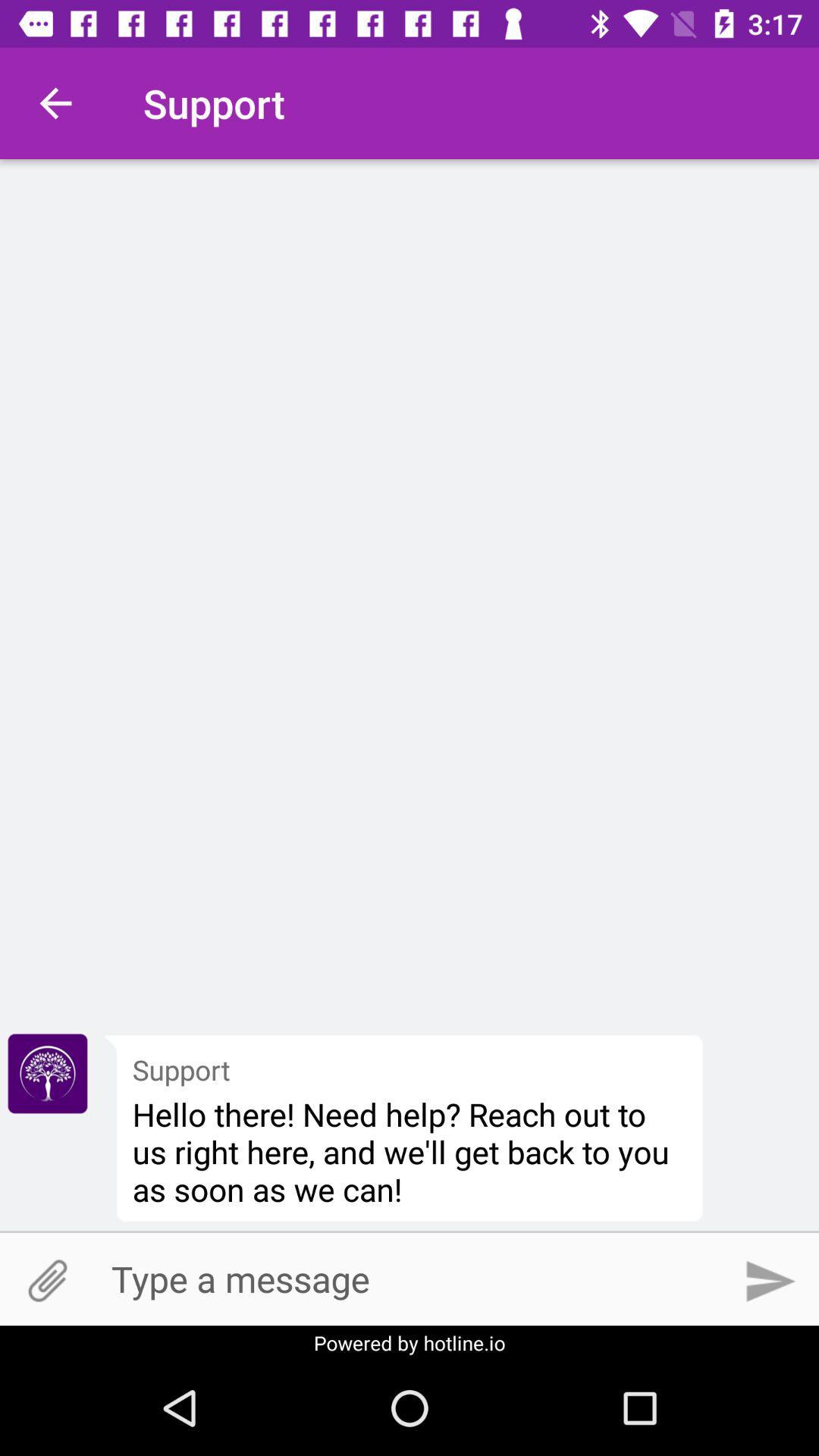 The height and width of the screenshot is (1456, 819). I want to click on hello there need, so click(409, 1151).